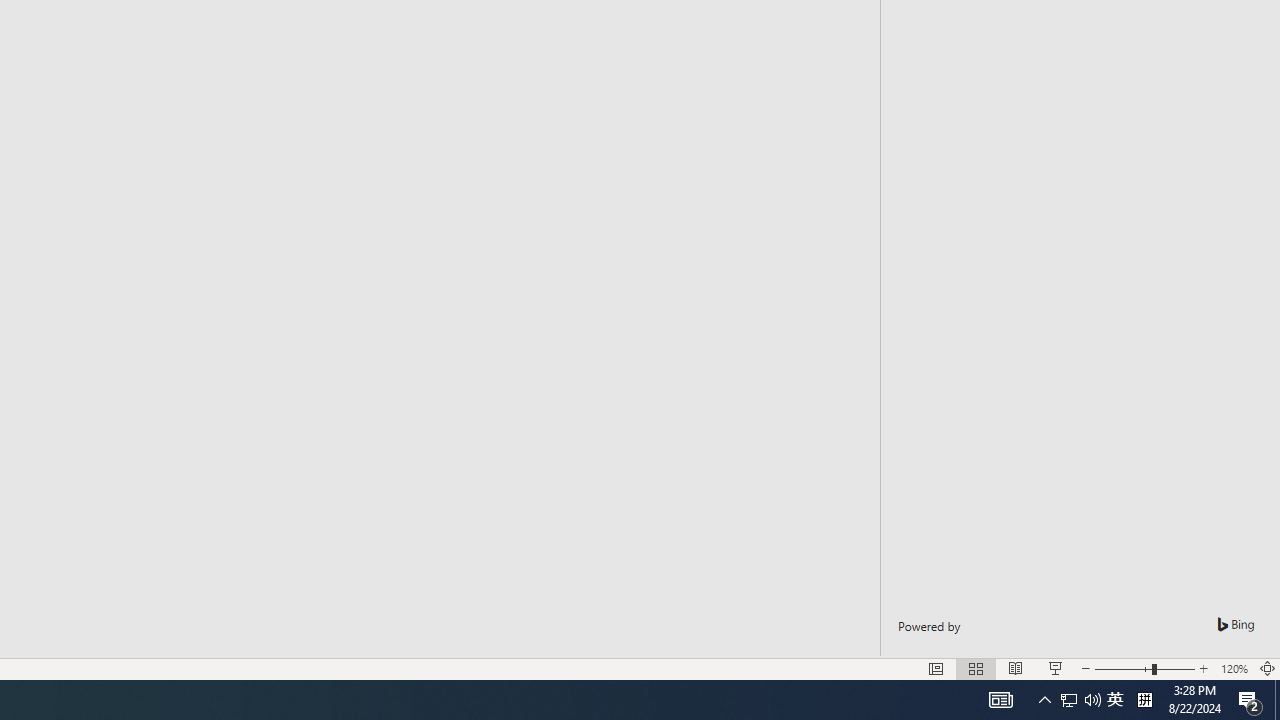  What do you see at coordinates (1233, 669) in the screenshot?
I see `'Zoom 120%'` at bounding box center [1233, 669].